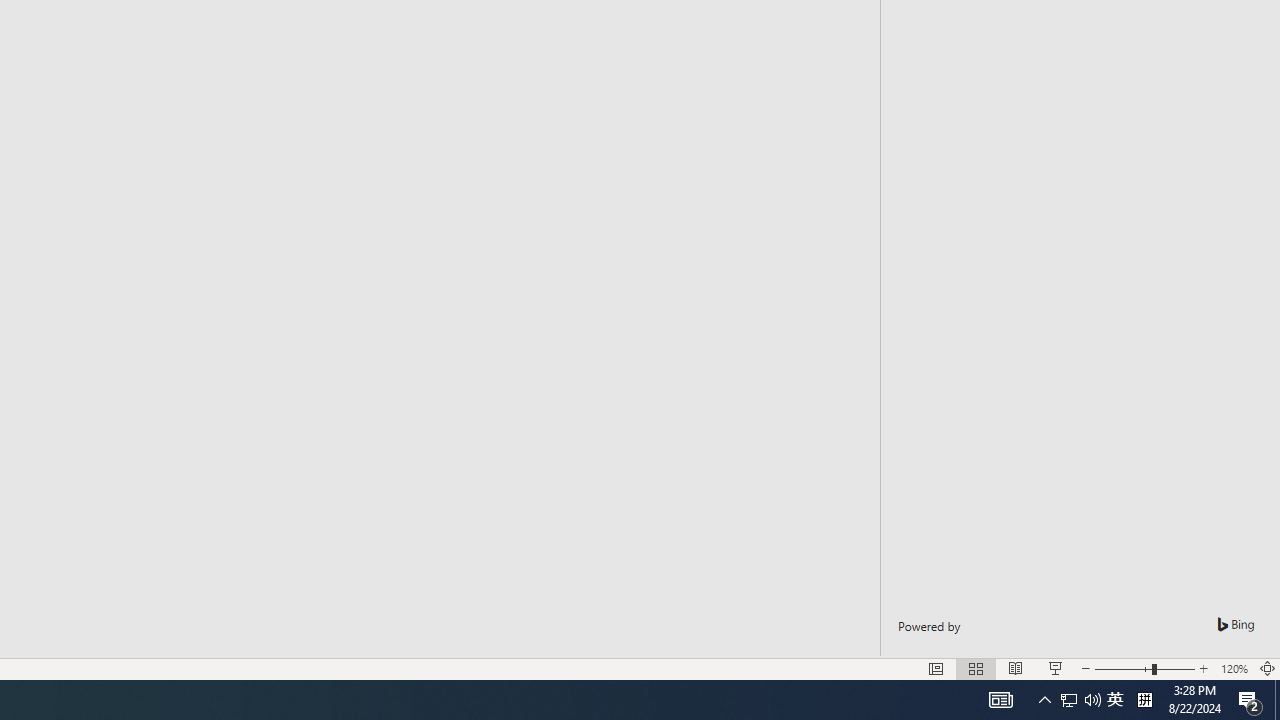  What do you see at coordinates (1233, 669) in the screenshot?
I see `'Zoom 120%'` at bounding box center [1233, 669].